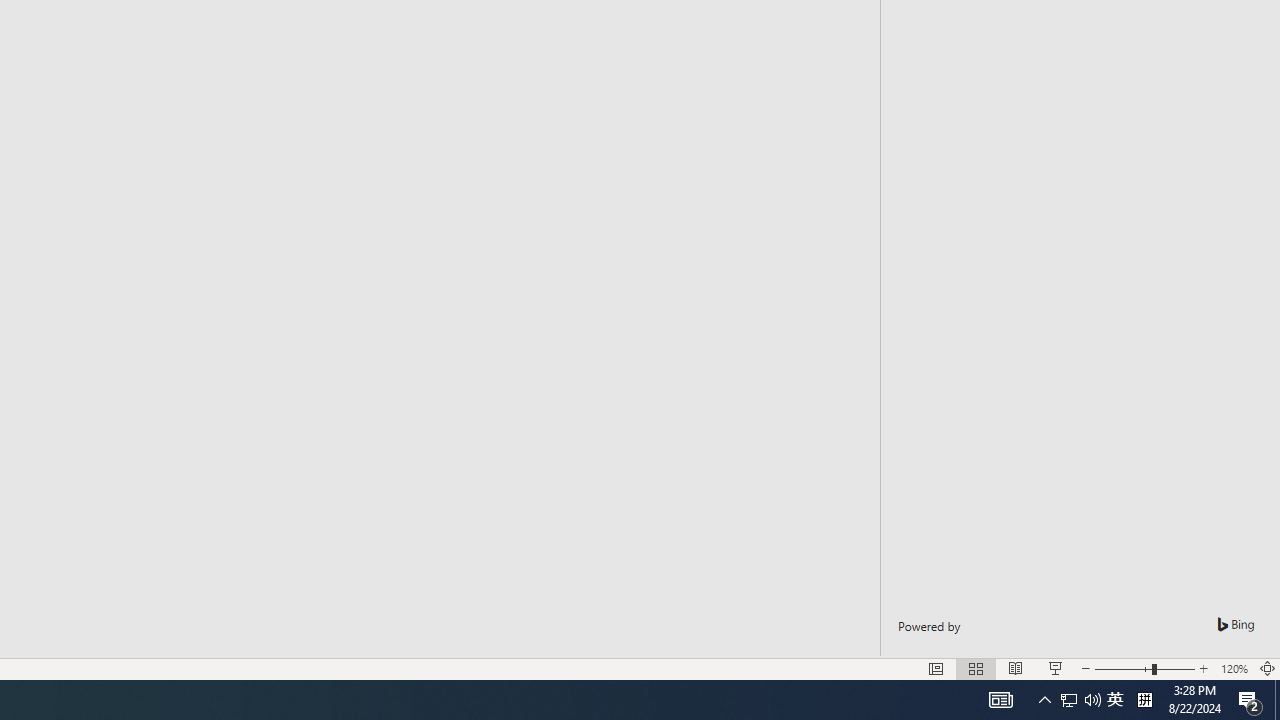  What do you see at coordinates (1233, 669) in the screenshot?
I see `'Zoom 120%'` at bounding box center [1233, 669].